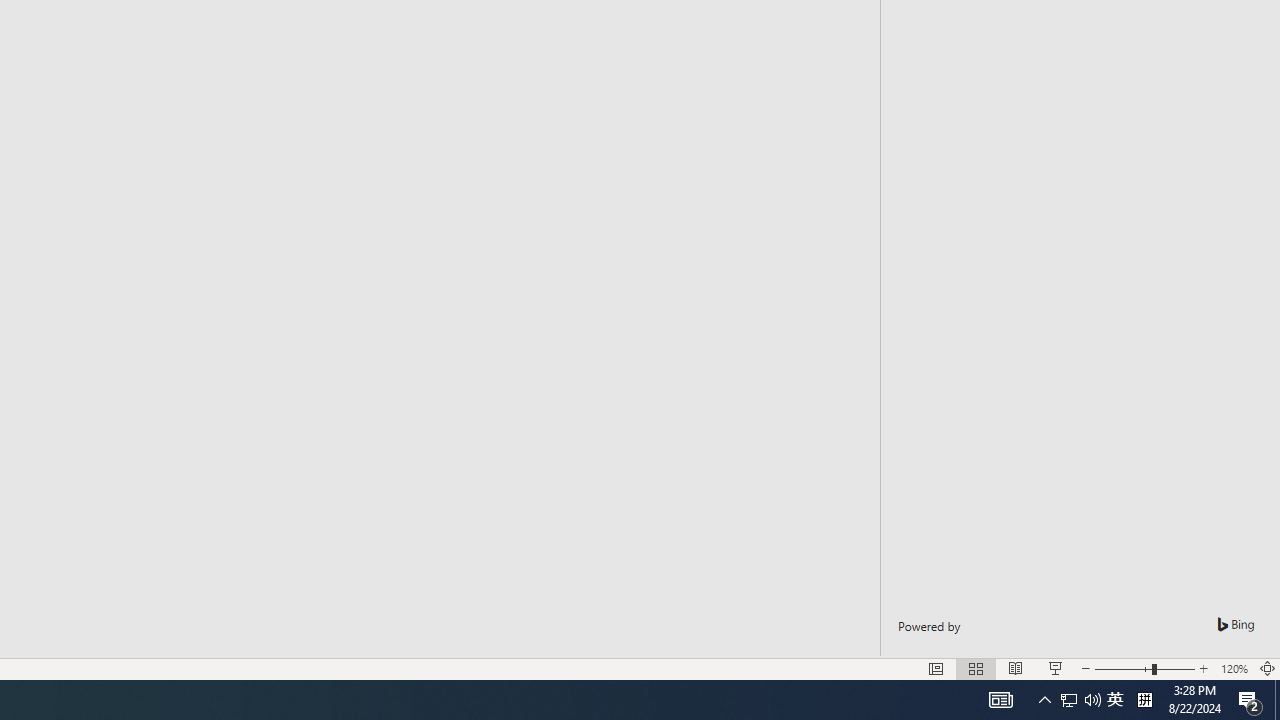  What do you see at coordinates (1233, 669) in the screenshot?
I see `'Zoom 120%'` at bounding box center [1233, 669].